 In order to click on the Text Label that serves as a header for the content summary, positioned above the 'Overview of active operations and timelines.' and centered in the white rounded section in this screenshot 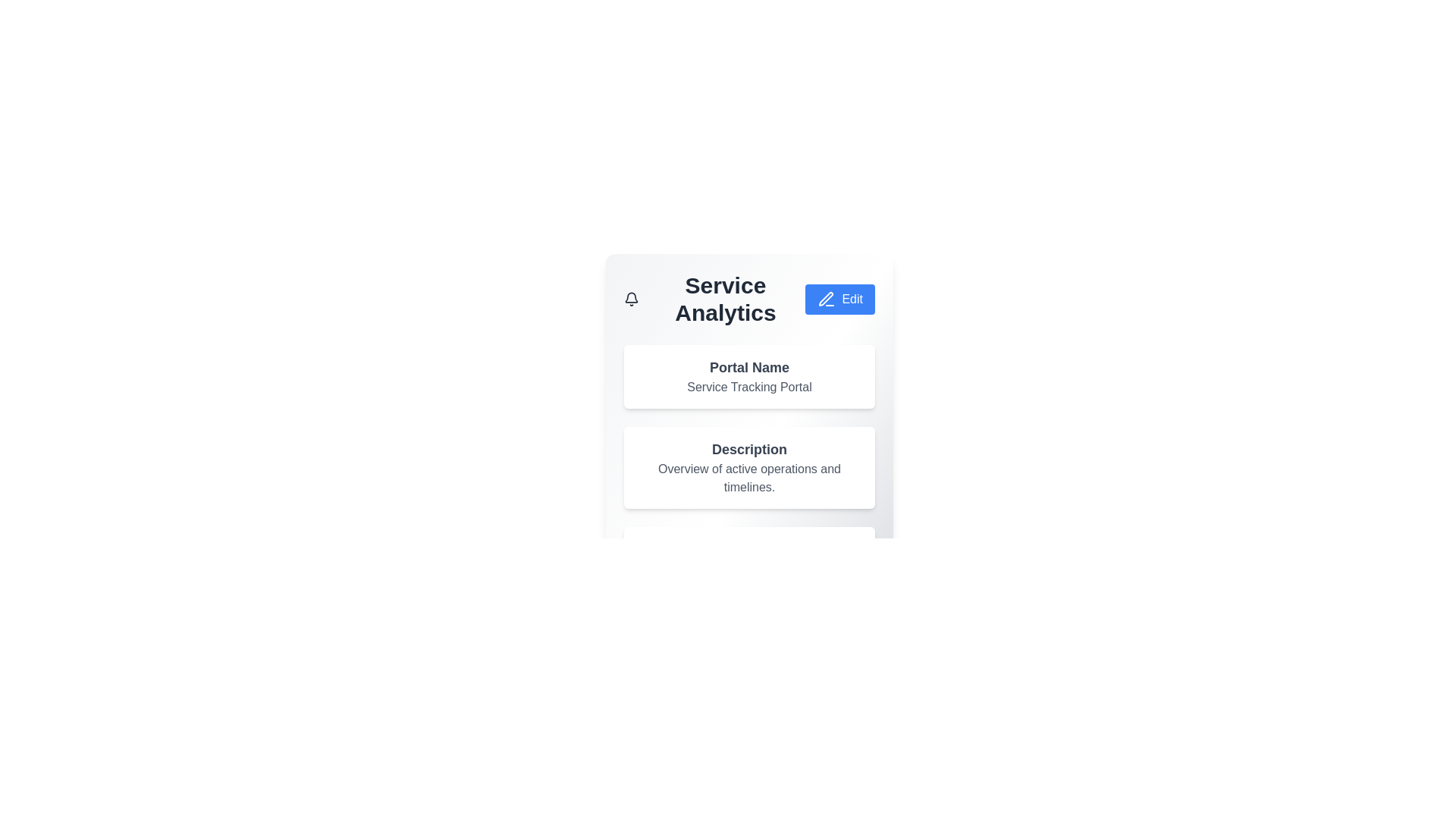, I will do `click(749, 449)`.